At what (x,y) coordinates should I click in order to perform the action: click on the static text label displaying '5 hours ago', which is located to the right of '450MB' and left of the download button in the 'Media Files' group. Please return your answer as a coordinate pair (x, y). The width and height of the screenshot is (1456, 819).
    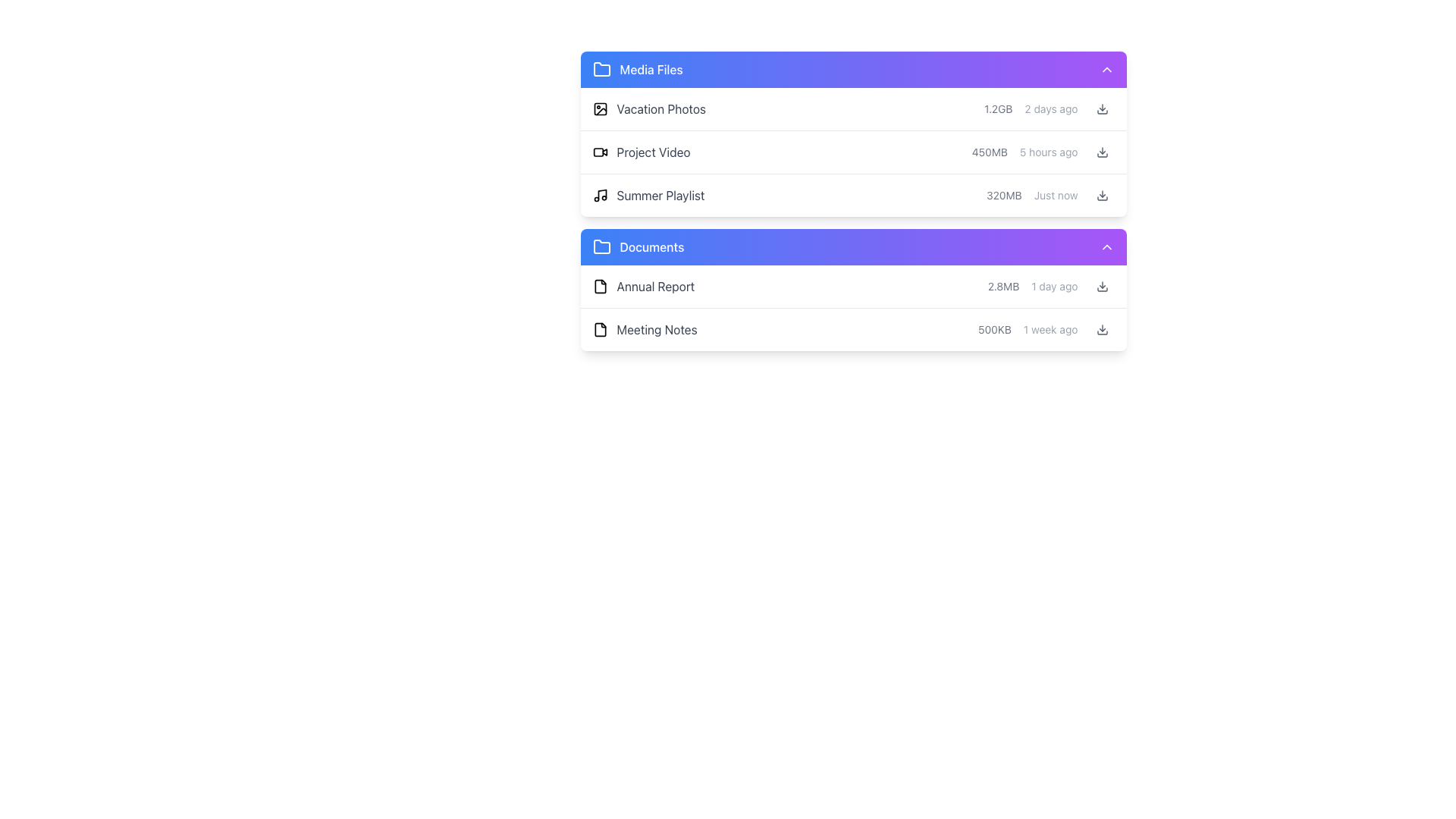
    Looking at the image, I should click on (1048, 152).